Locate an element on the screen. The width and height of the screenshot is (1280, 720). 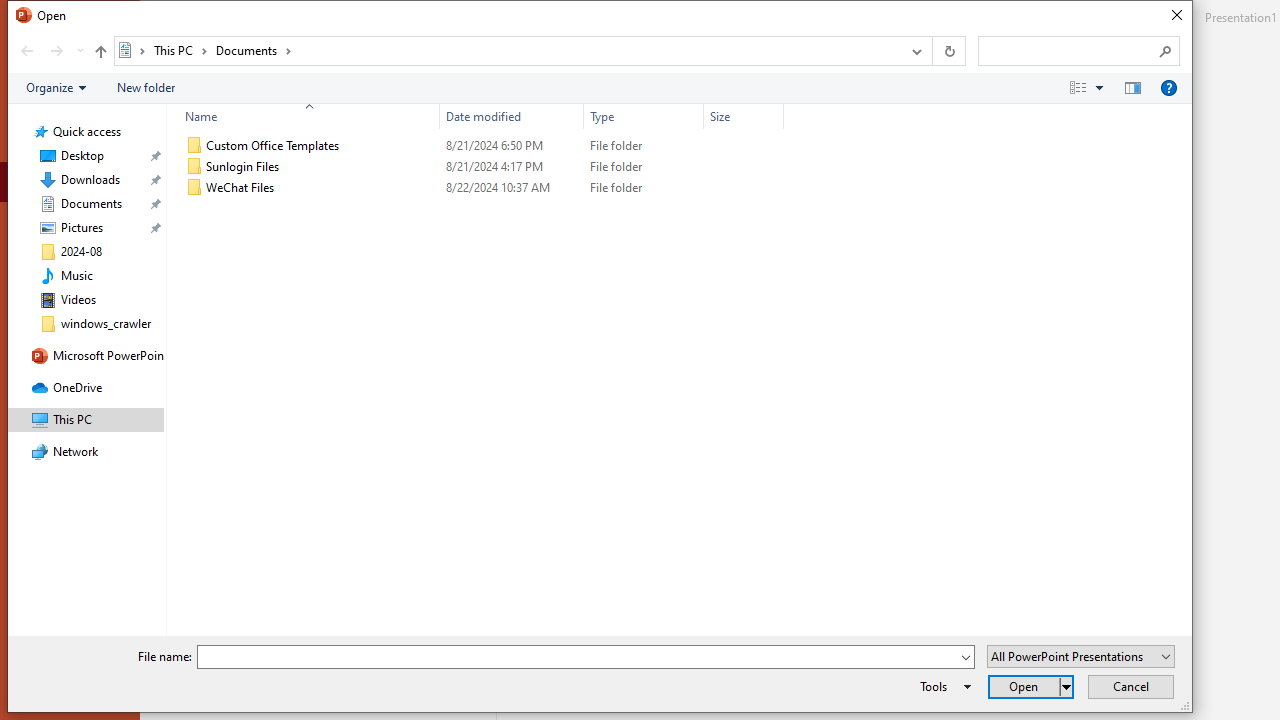
'File name:' is located at coordinates (576, 657).